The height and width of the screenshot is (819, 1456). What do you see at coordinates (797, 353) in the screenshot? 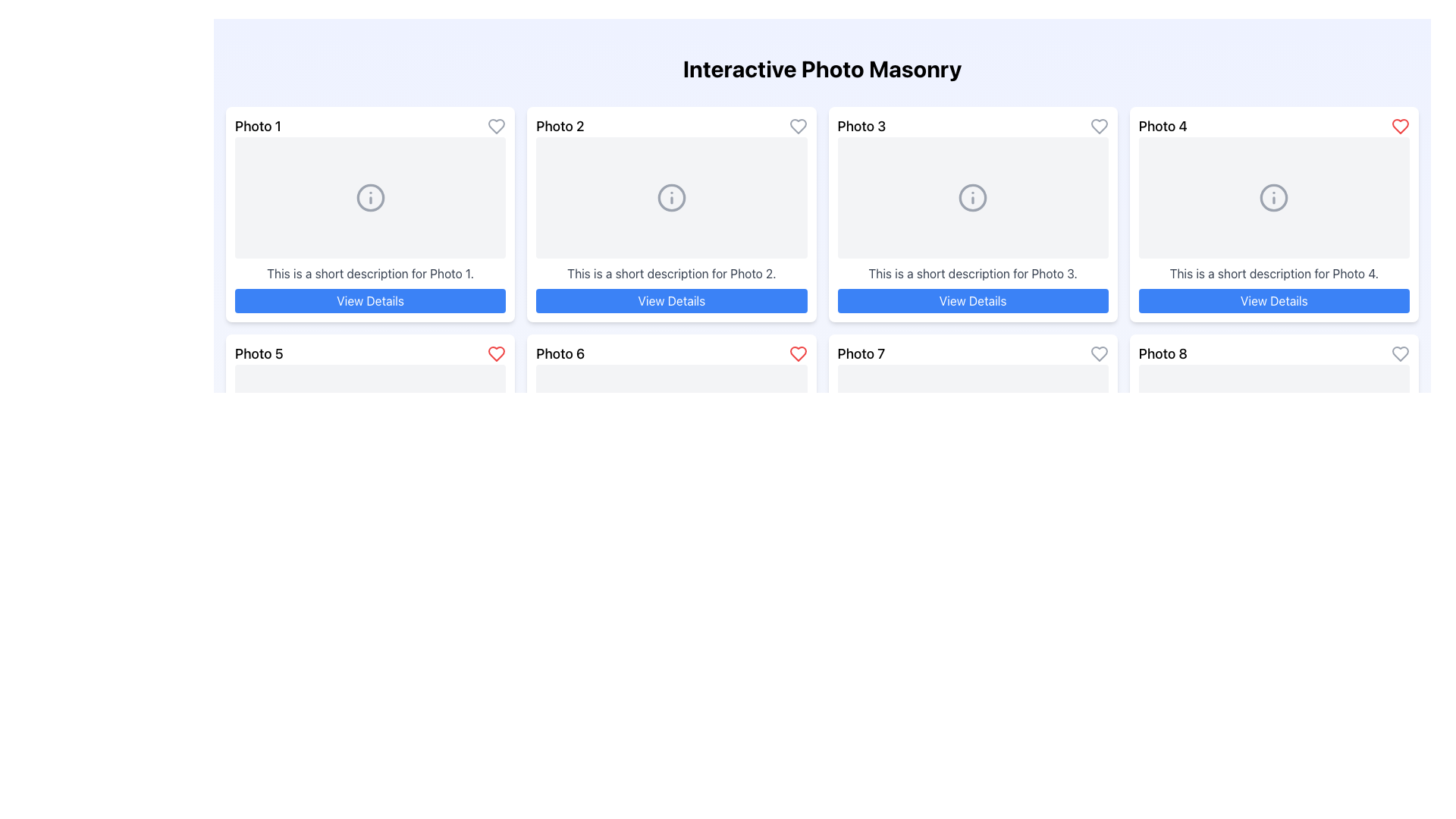
I see `the heart-shaped icon located in the lower right corner above the 'Photo 6' card` at bounding box center [797, 353].